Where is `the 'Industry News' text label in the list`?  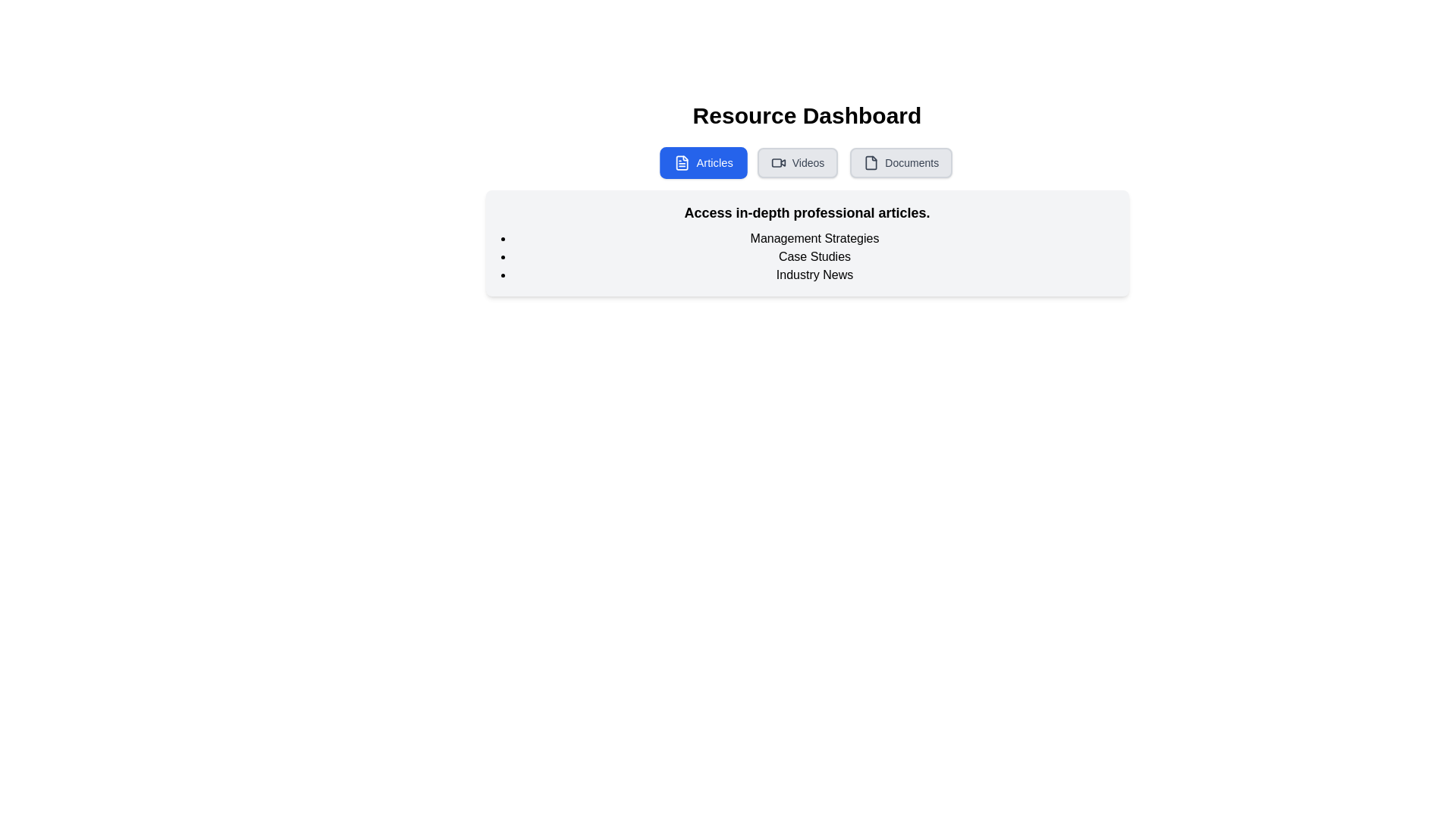 the 'Industry News' text label in the list is located at coordinates (814, 275).